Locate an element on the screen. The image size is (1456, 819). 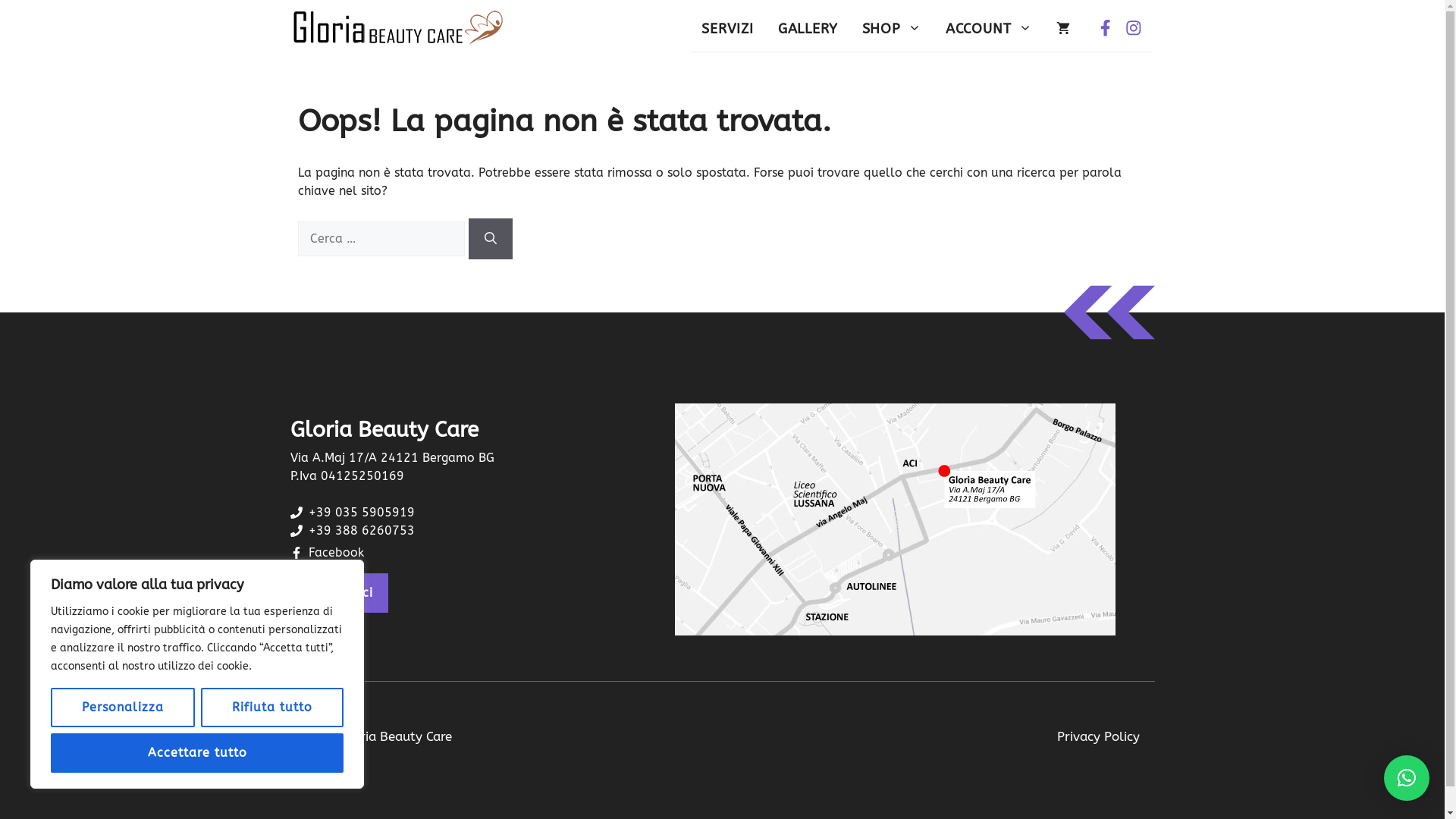
'View your shopping cart' is located at coordinates (1062, 29).